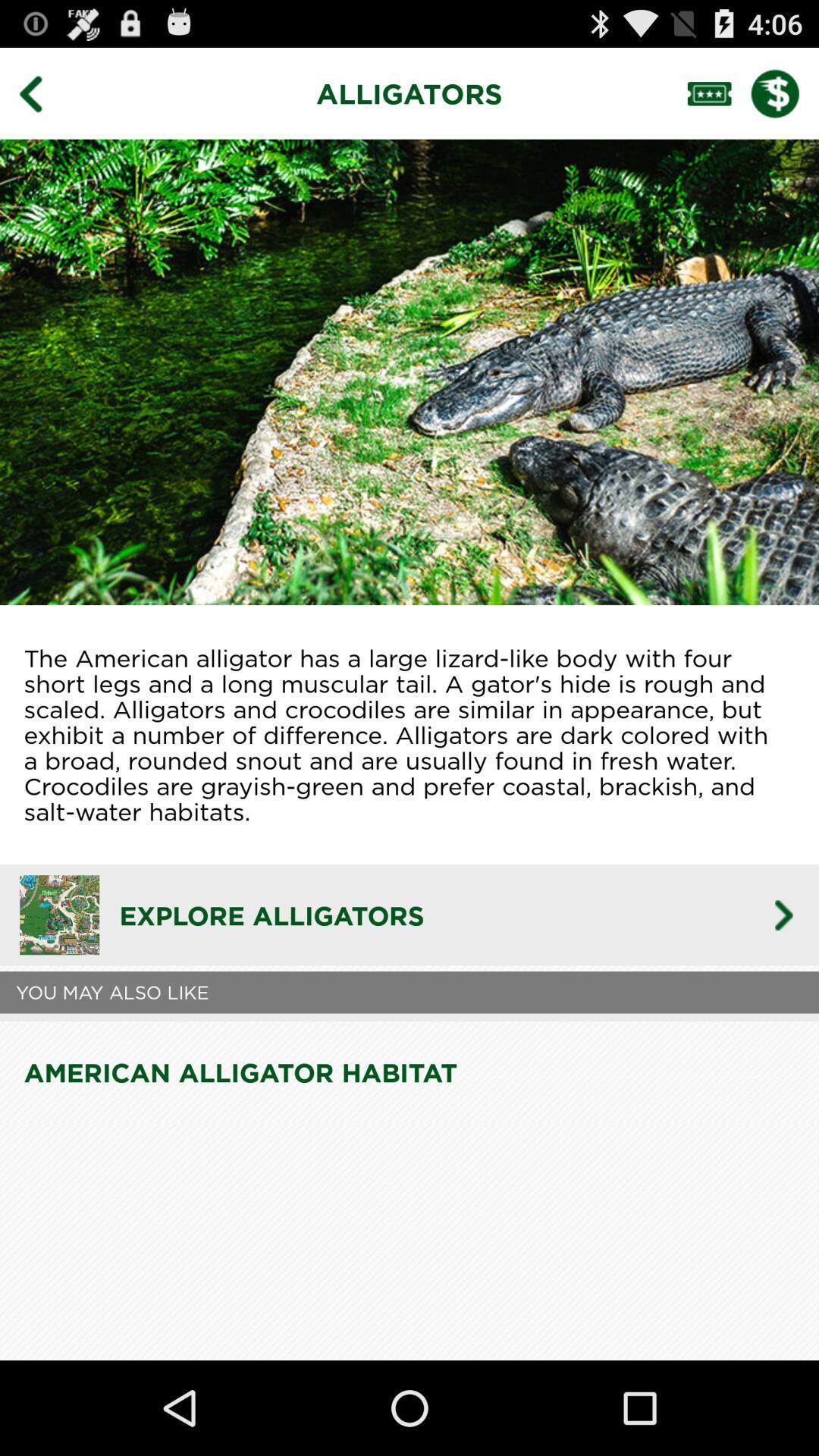  I want to click on see pricing, so click(785, 93).